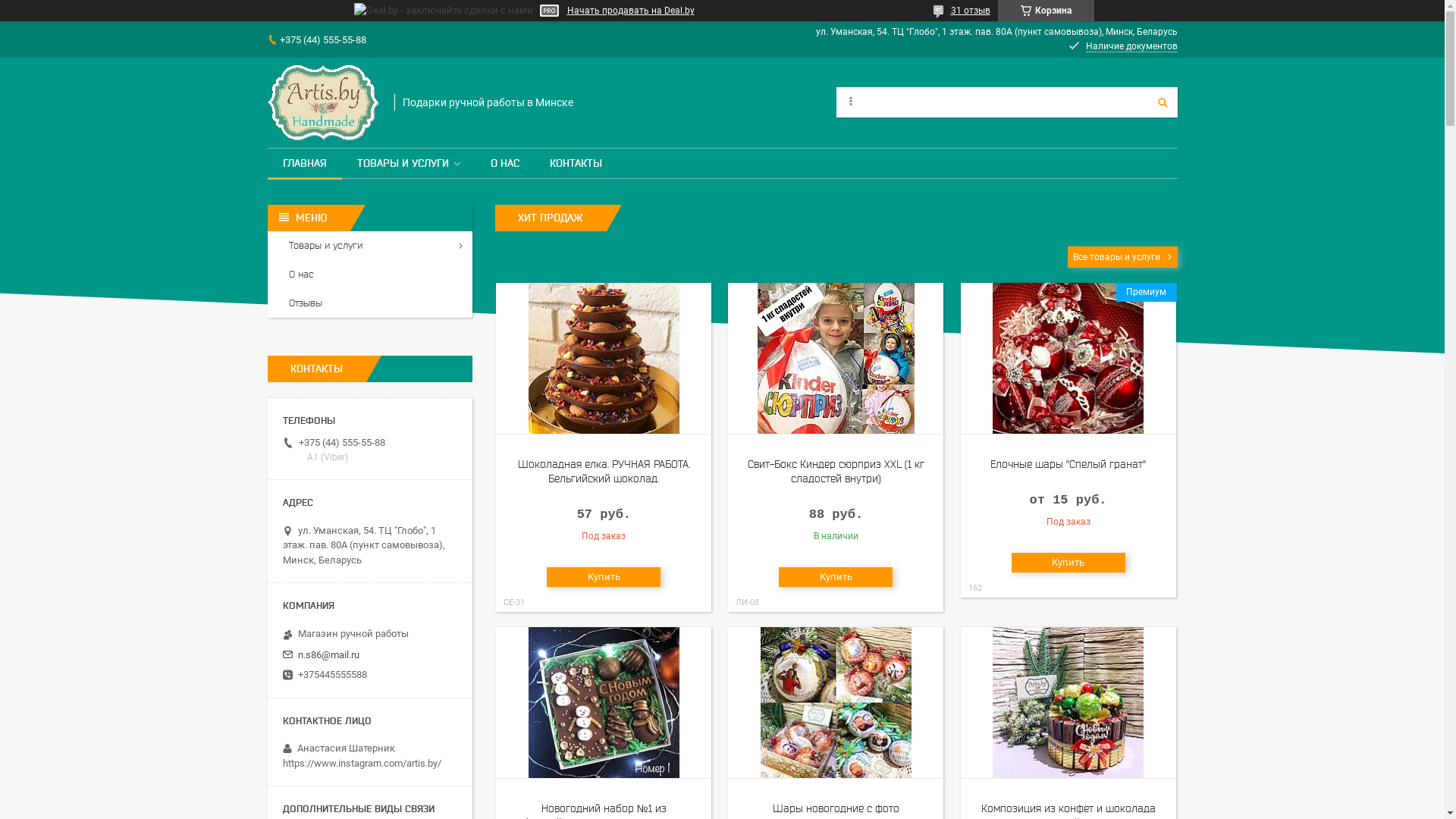  I want to click on 'n.s86@mail.ru', so click(327, 654).